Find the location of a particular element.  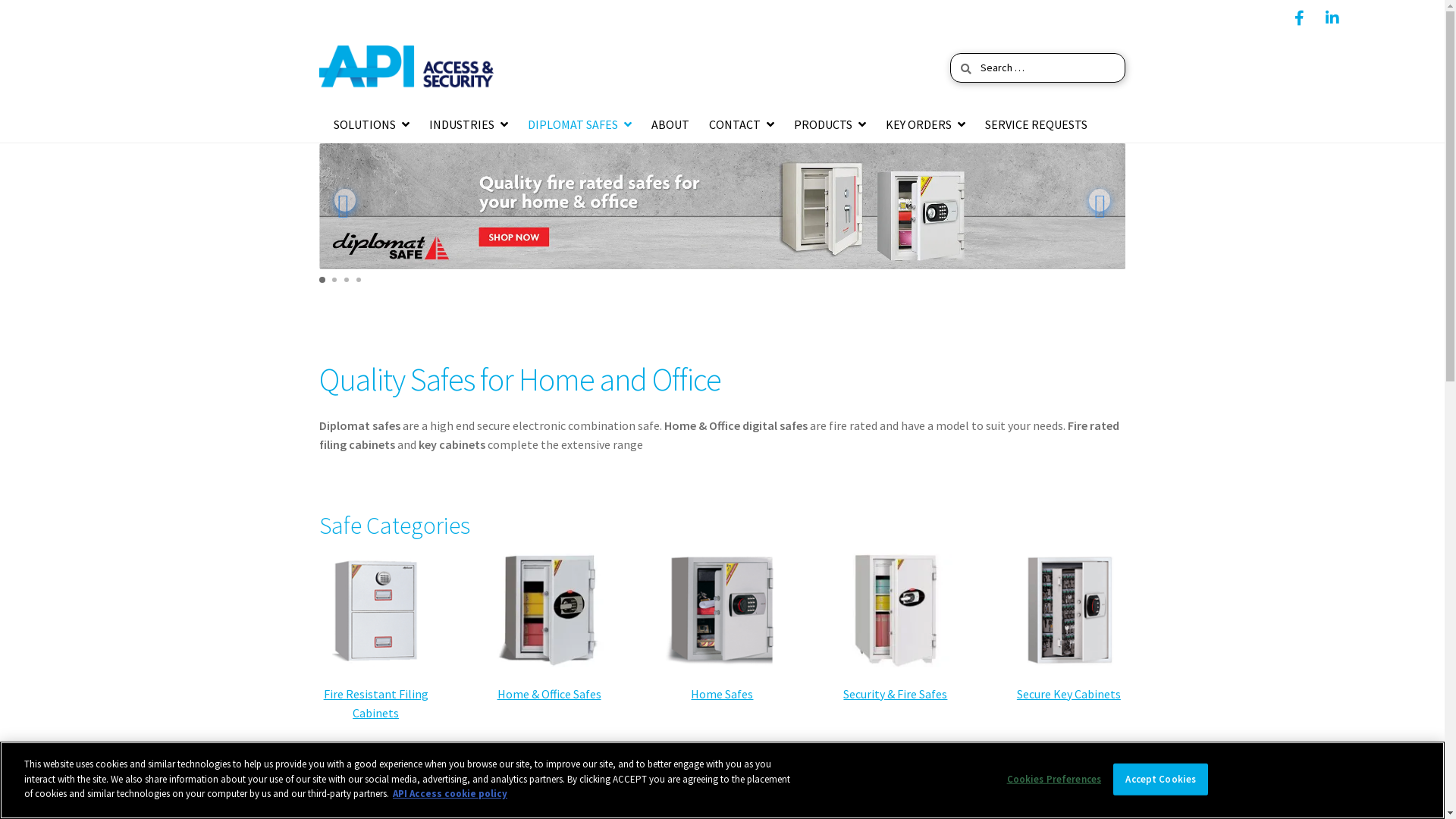

'CONTACT' is located at coordinates (742, 124).